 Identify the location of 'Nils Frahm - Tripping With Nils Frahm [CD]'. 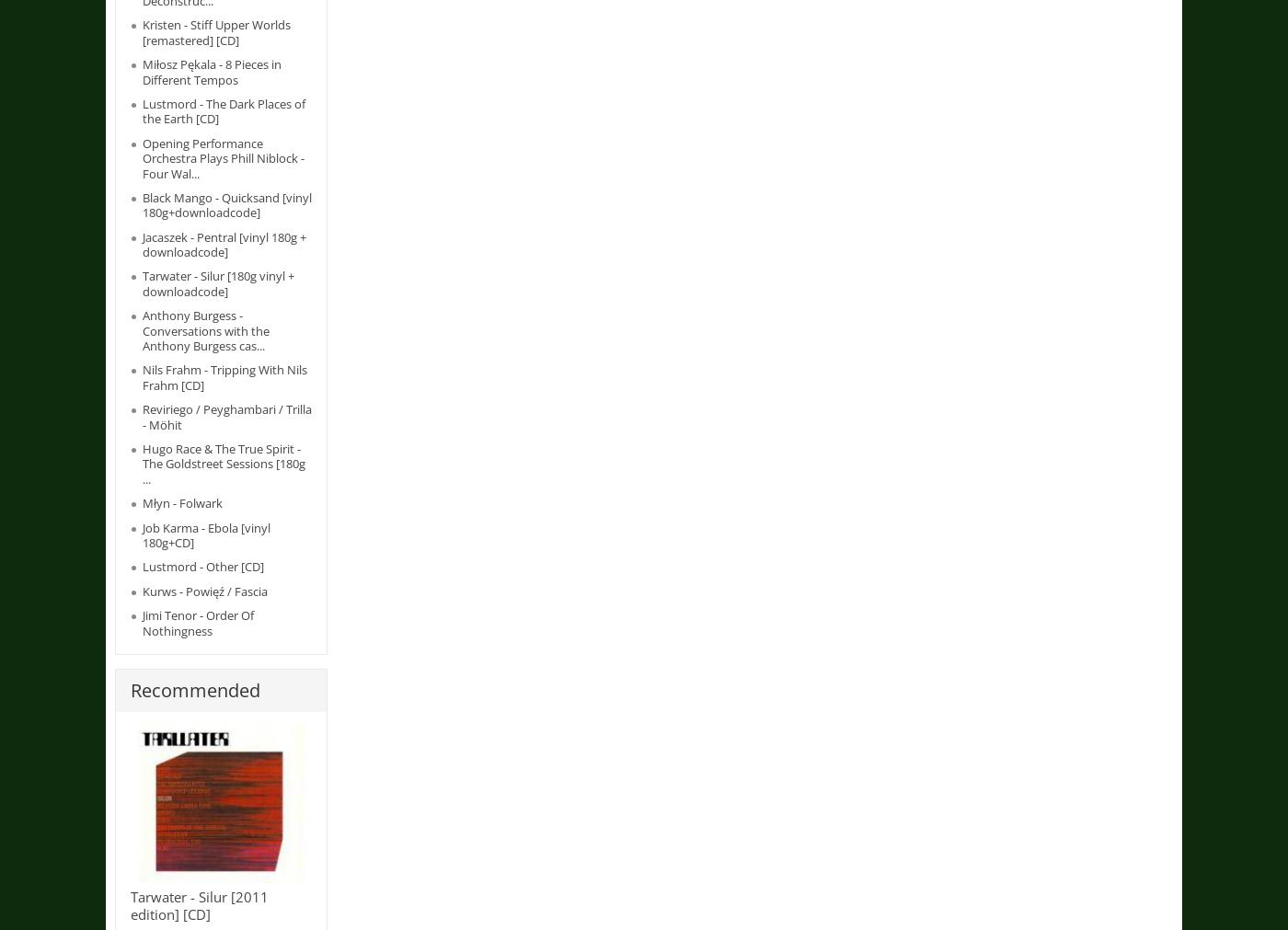
(224, 375).